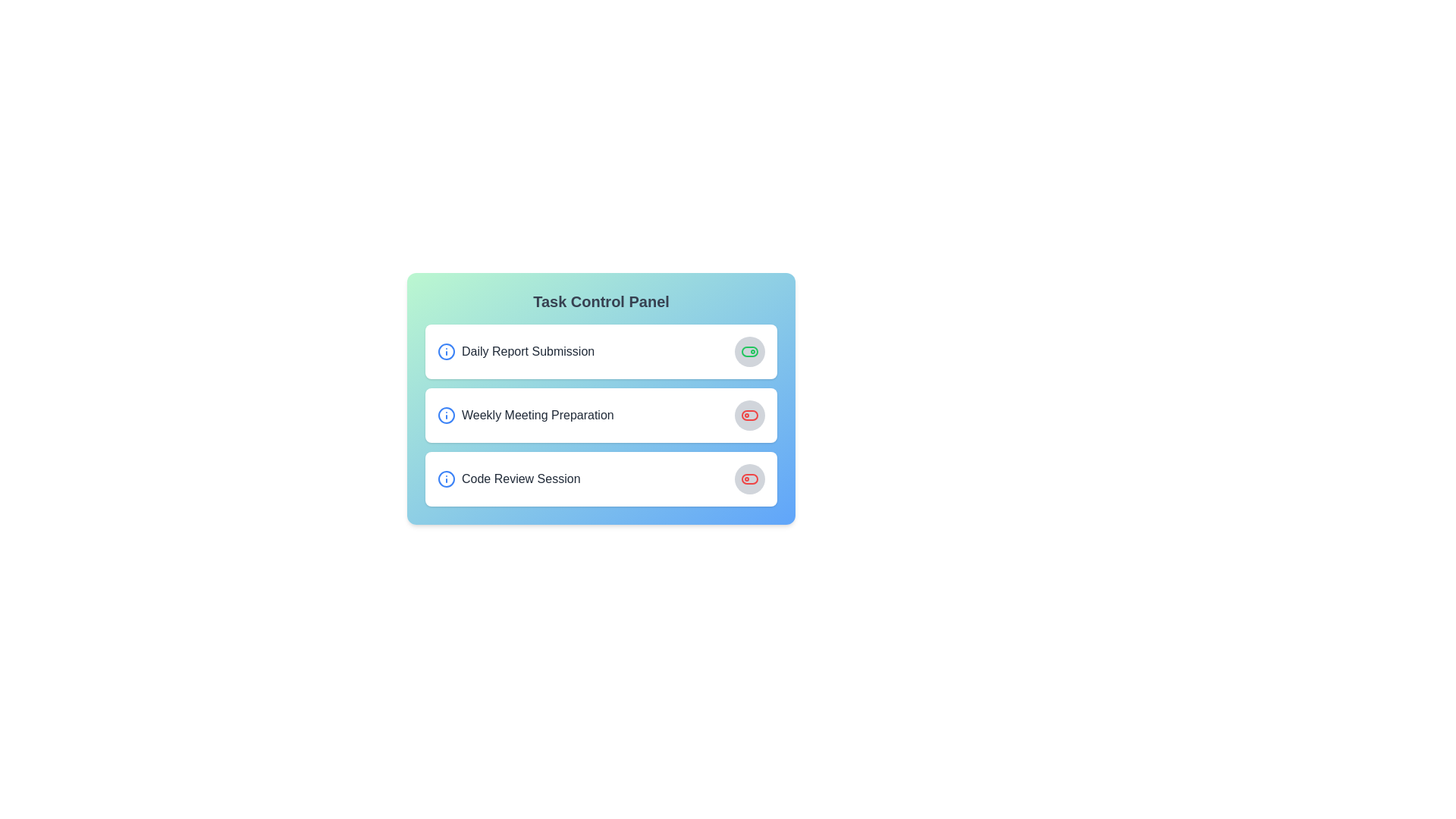  Describe the element at coordinates (600, 415) in the screenshot. I see `the task item within the 'Task Control Panel'` at that location.